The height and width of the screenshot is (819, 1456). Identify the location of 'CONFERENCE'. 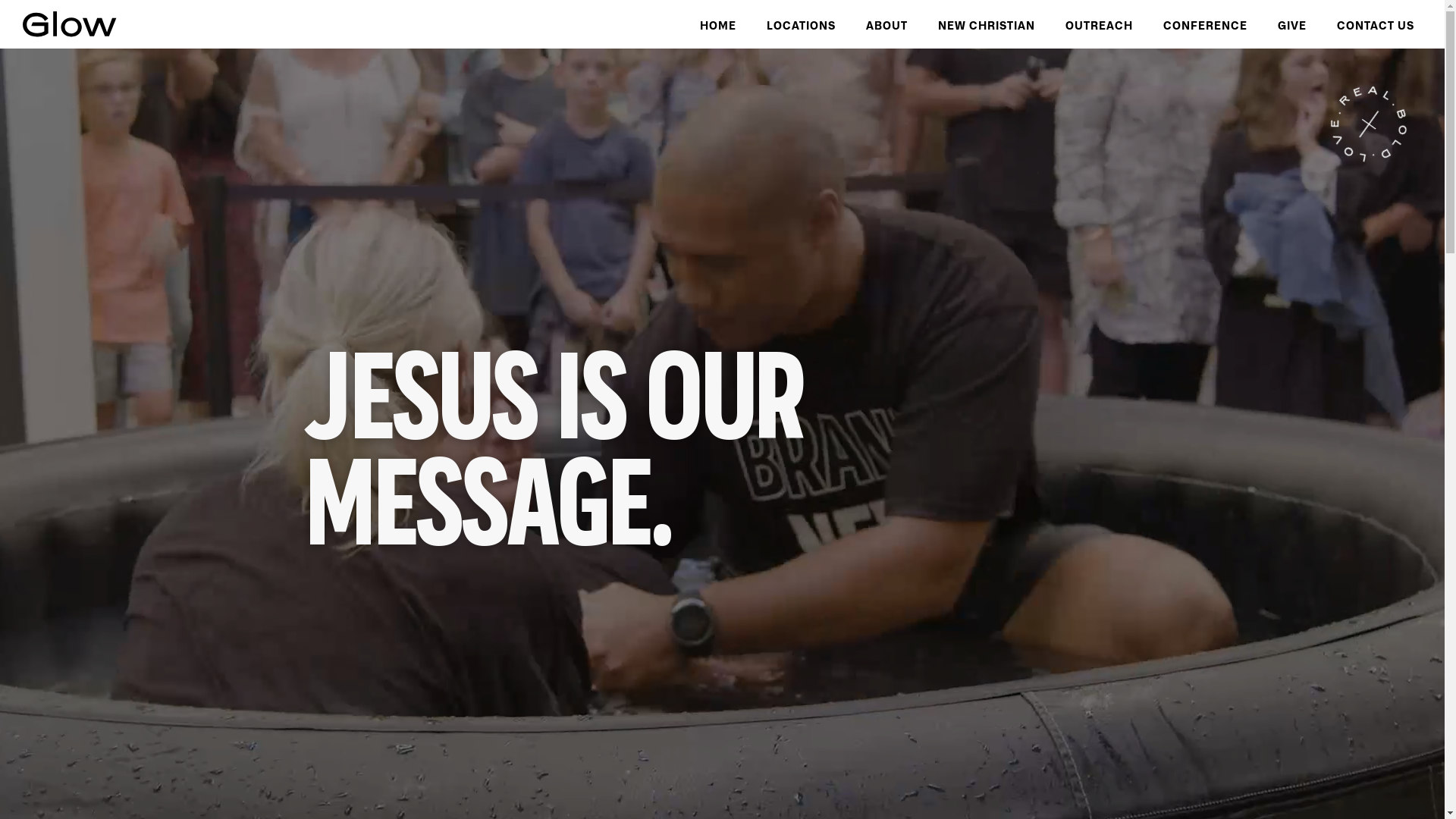
(1204, 24).